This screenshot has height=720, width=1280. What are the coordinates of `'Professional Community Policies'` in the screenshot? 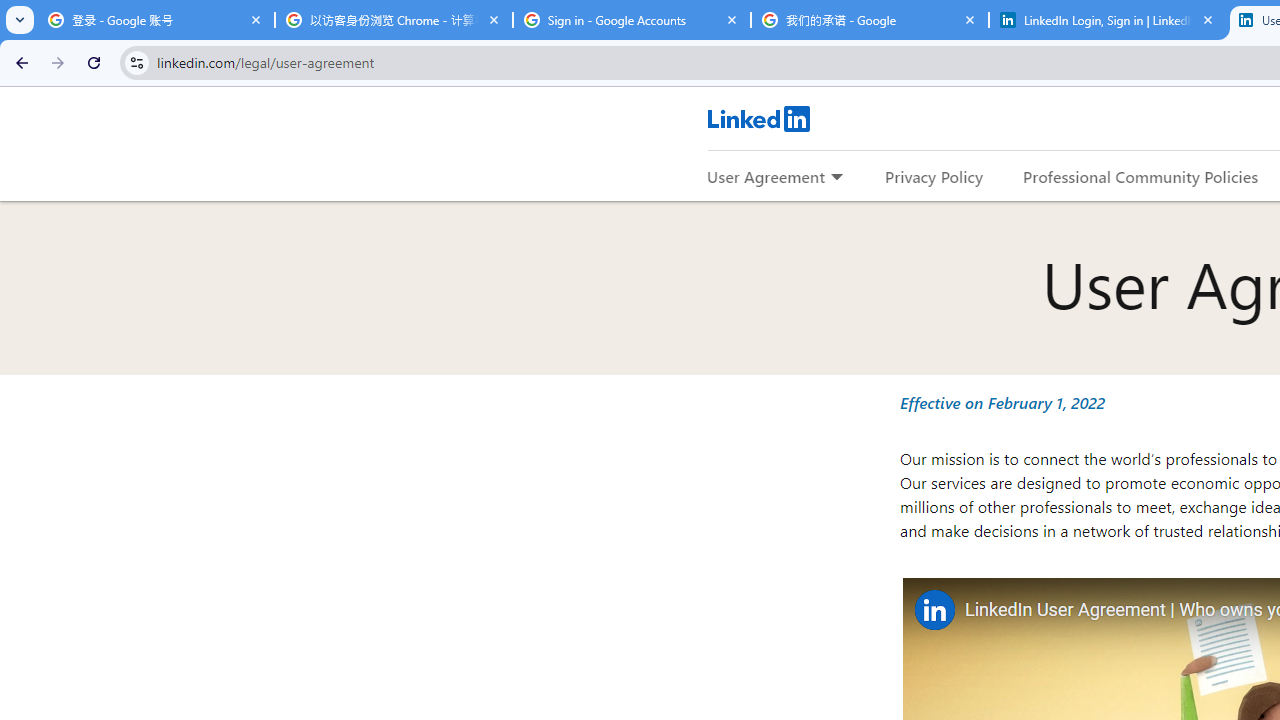 It's located at (1141, 175).